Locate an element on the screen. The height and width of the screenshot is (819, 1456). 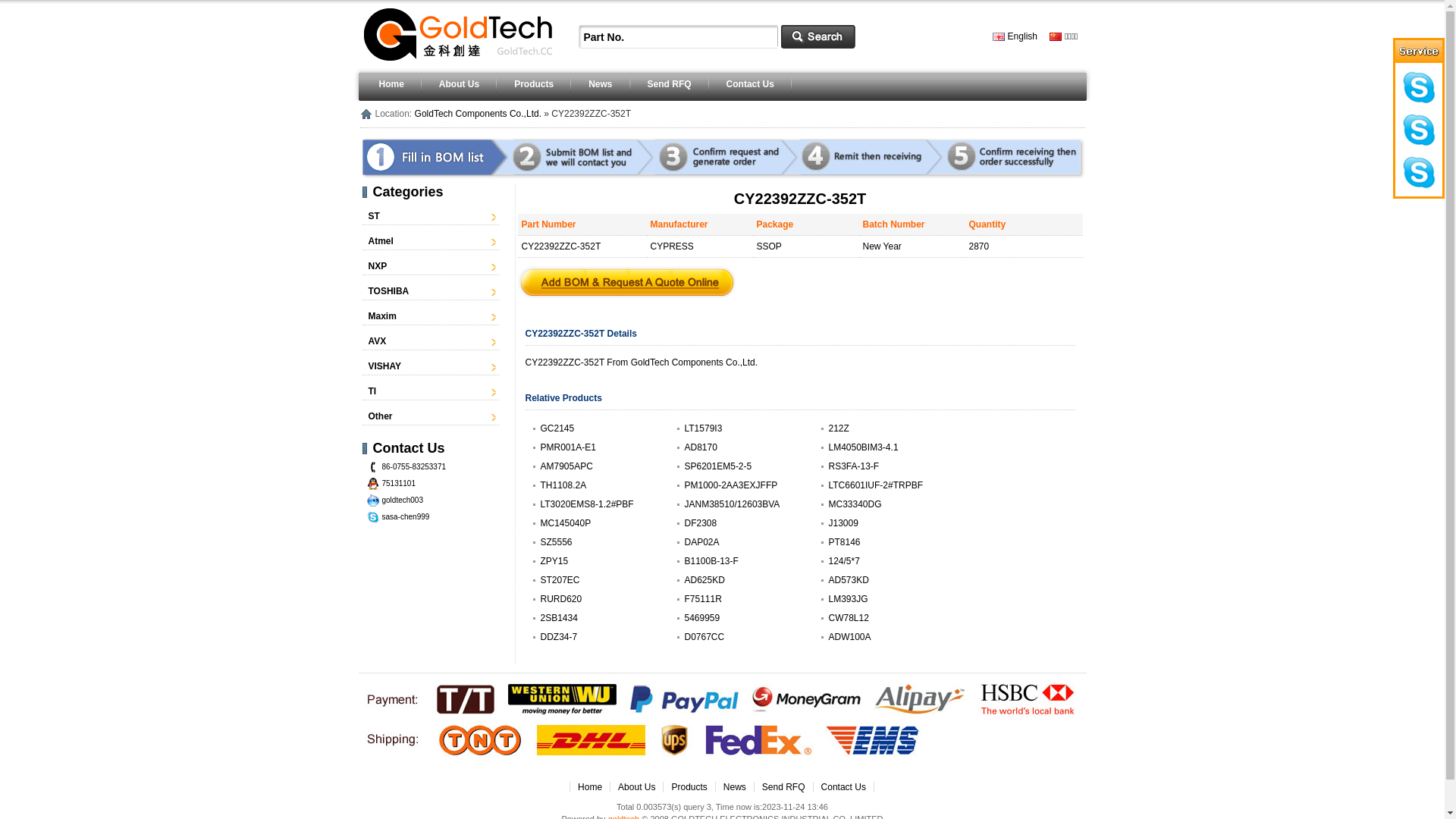
'VISHAY' is located at coordinates (385, 366).